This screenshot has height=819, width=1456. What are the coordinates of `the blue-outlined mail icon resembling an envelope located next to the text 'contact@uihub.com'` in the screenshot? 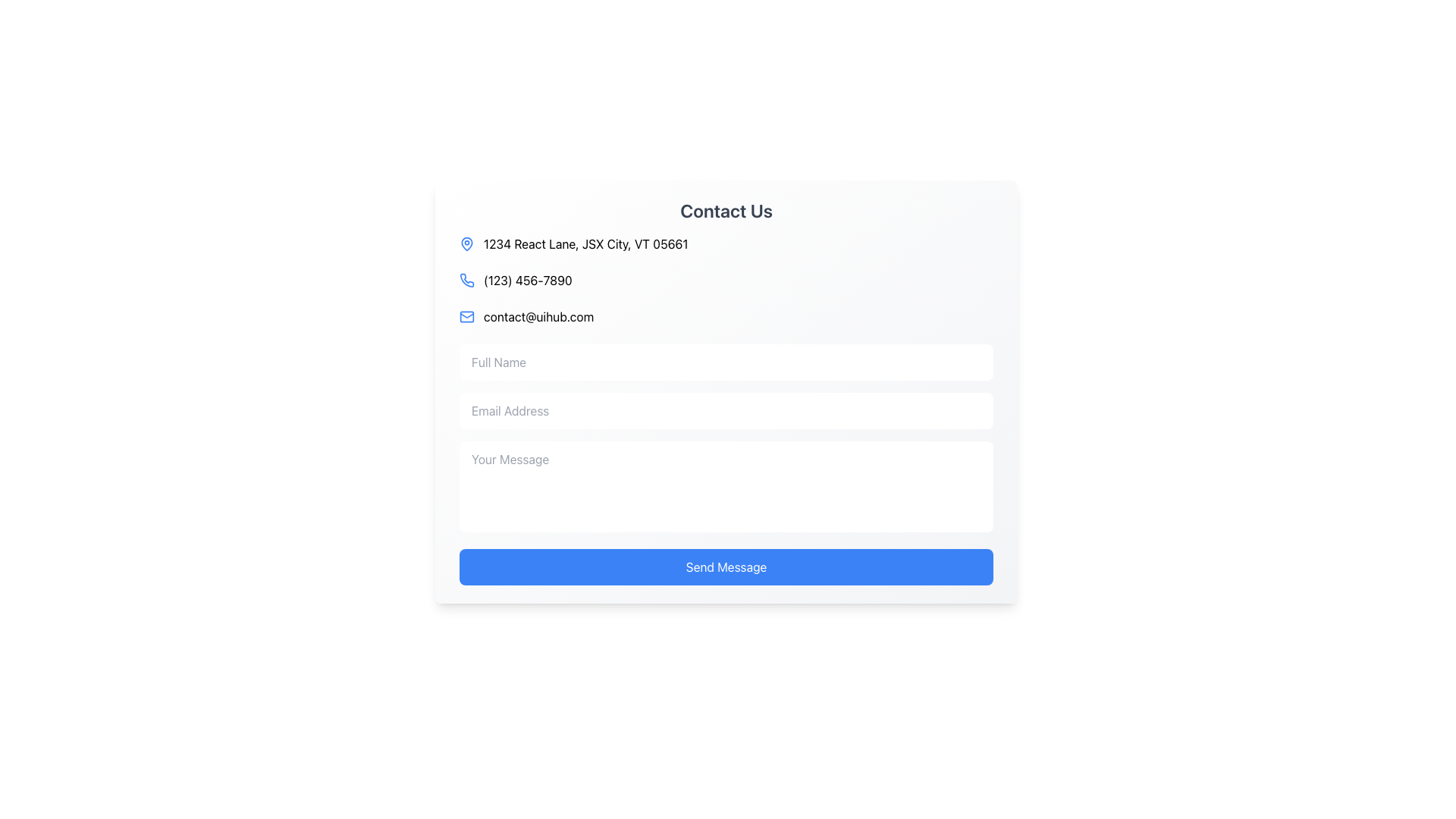 It's located at (466, 315).